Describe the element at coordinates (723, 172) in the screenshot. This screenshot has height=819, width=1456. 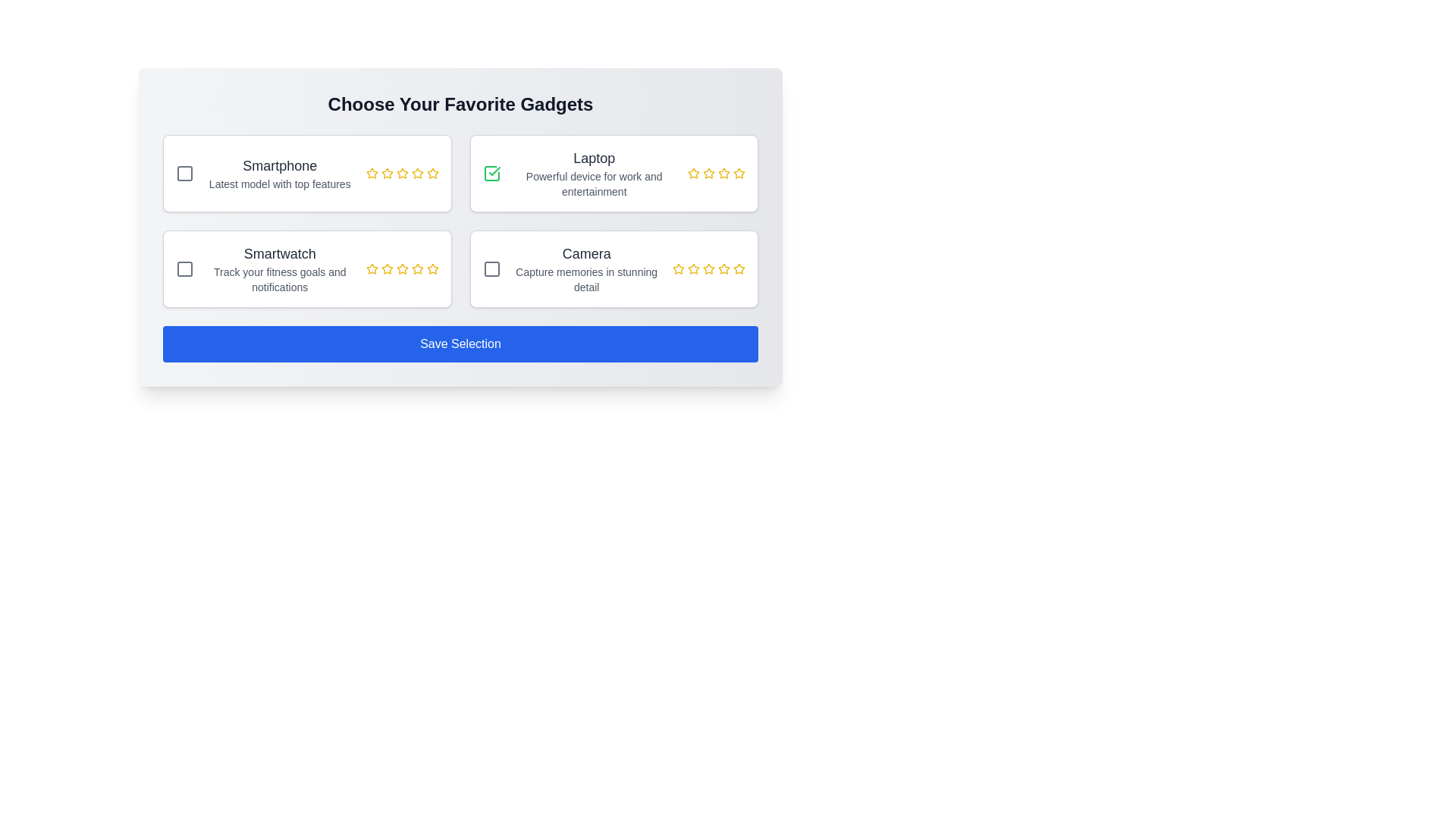
I see `the fifth star icon in the rating system` at that location.